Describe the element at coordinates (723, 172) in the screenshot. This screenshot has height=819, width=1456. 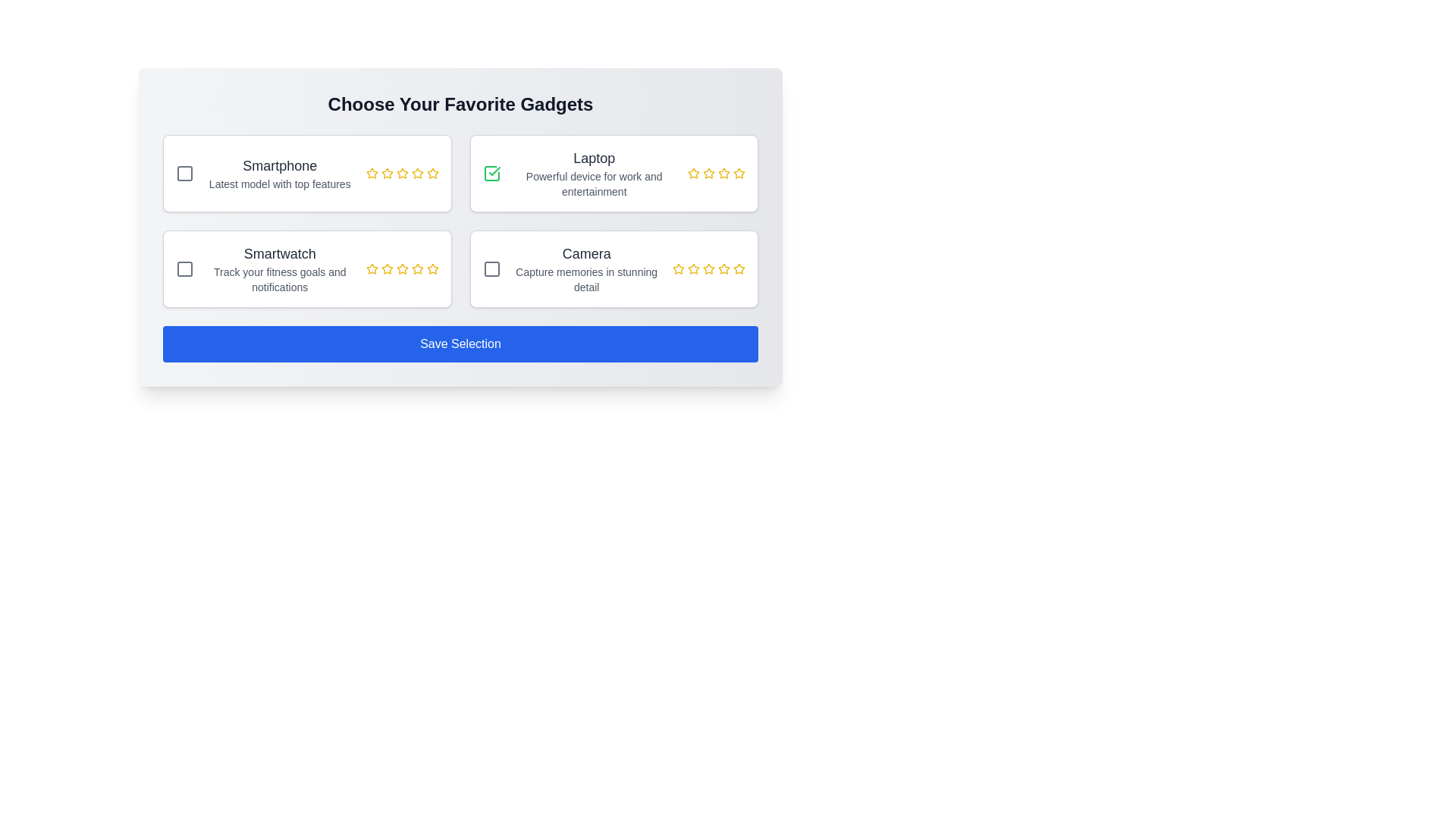
I see `the fifth star icon in the rating system` at that location.